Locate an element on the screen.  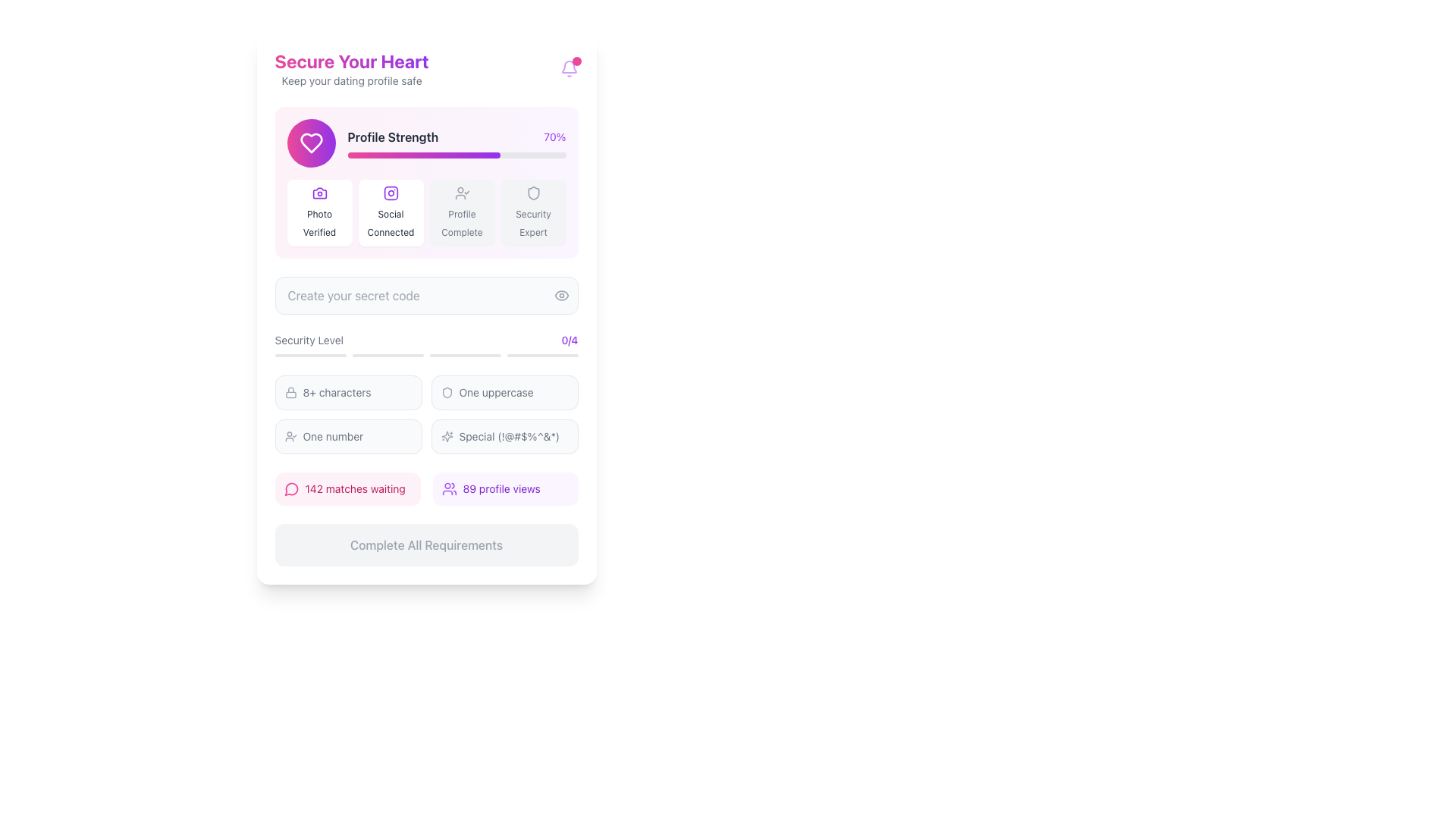
the Informational indicator that indicates the requirement of at least one uppercase letter, located in the top-right position of the 'Security Level' section is located at coordinates (504, 391).